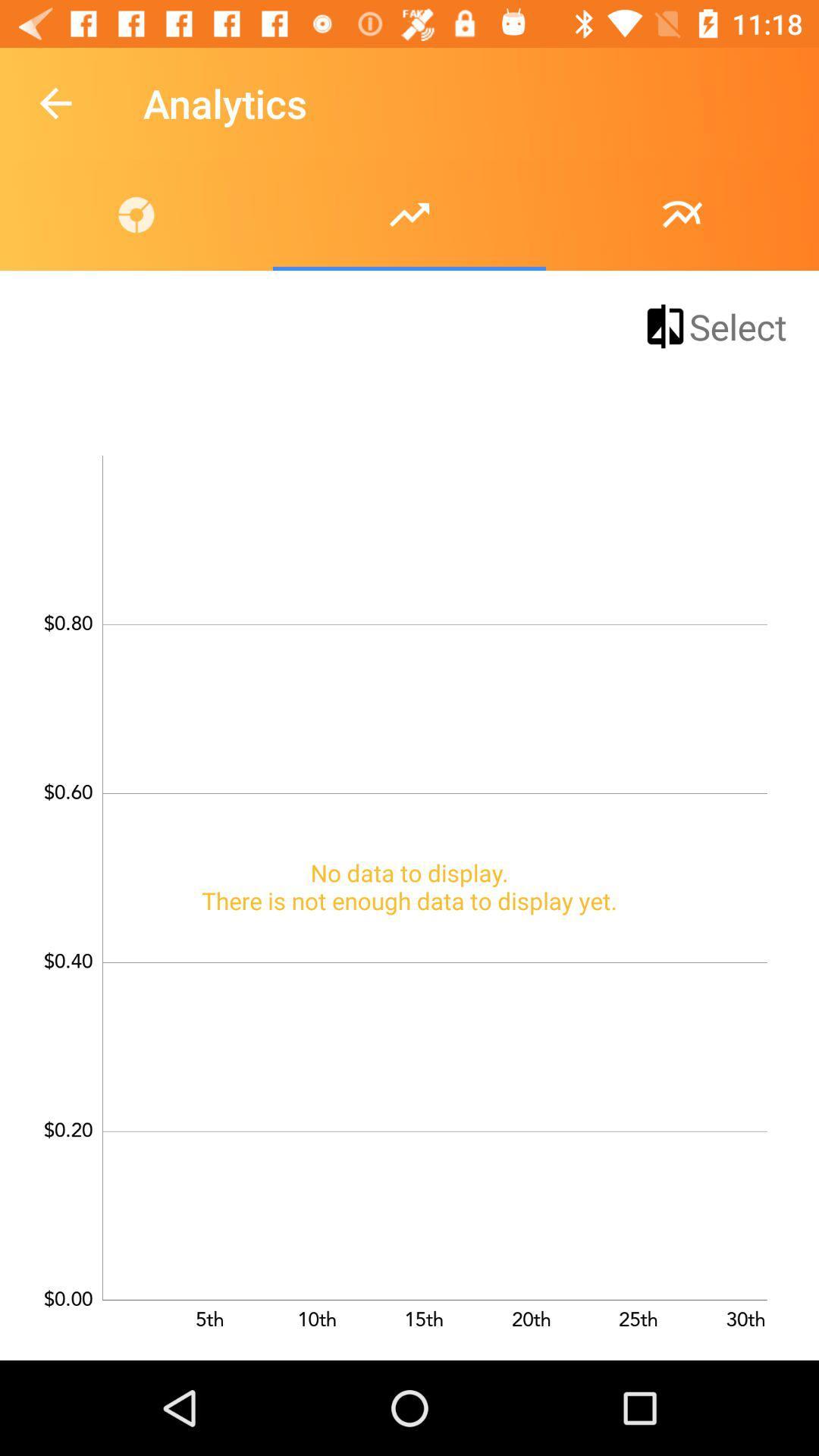  What do you see at coordinates (55, 102) in the screenshot?
I see `the icon next to analytics` at bounding box center [55, 102].